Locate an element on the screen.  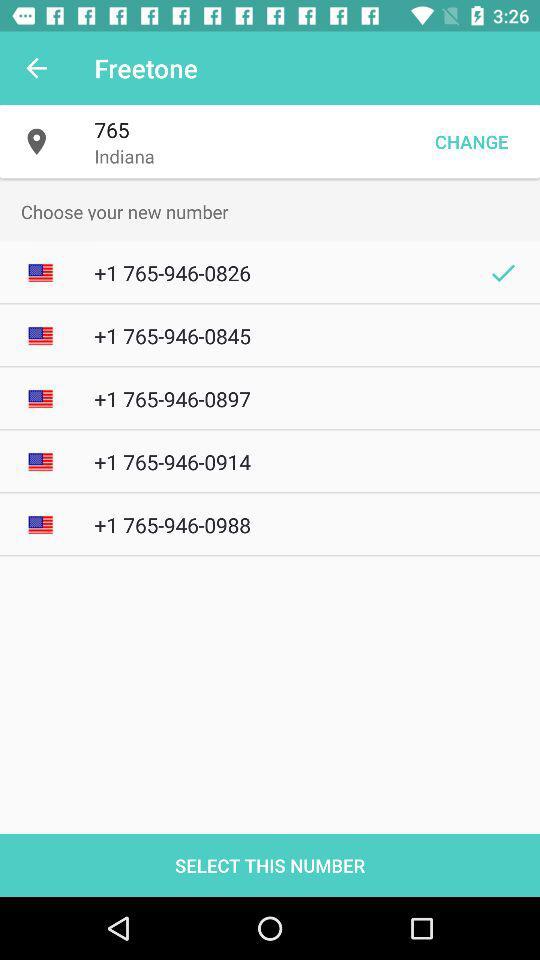
item next to the freetone app is located at coordinates (36, 68).